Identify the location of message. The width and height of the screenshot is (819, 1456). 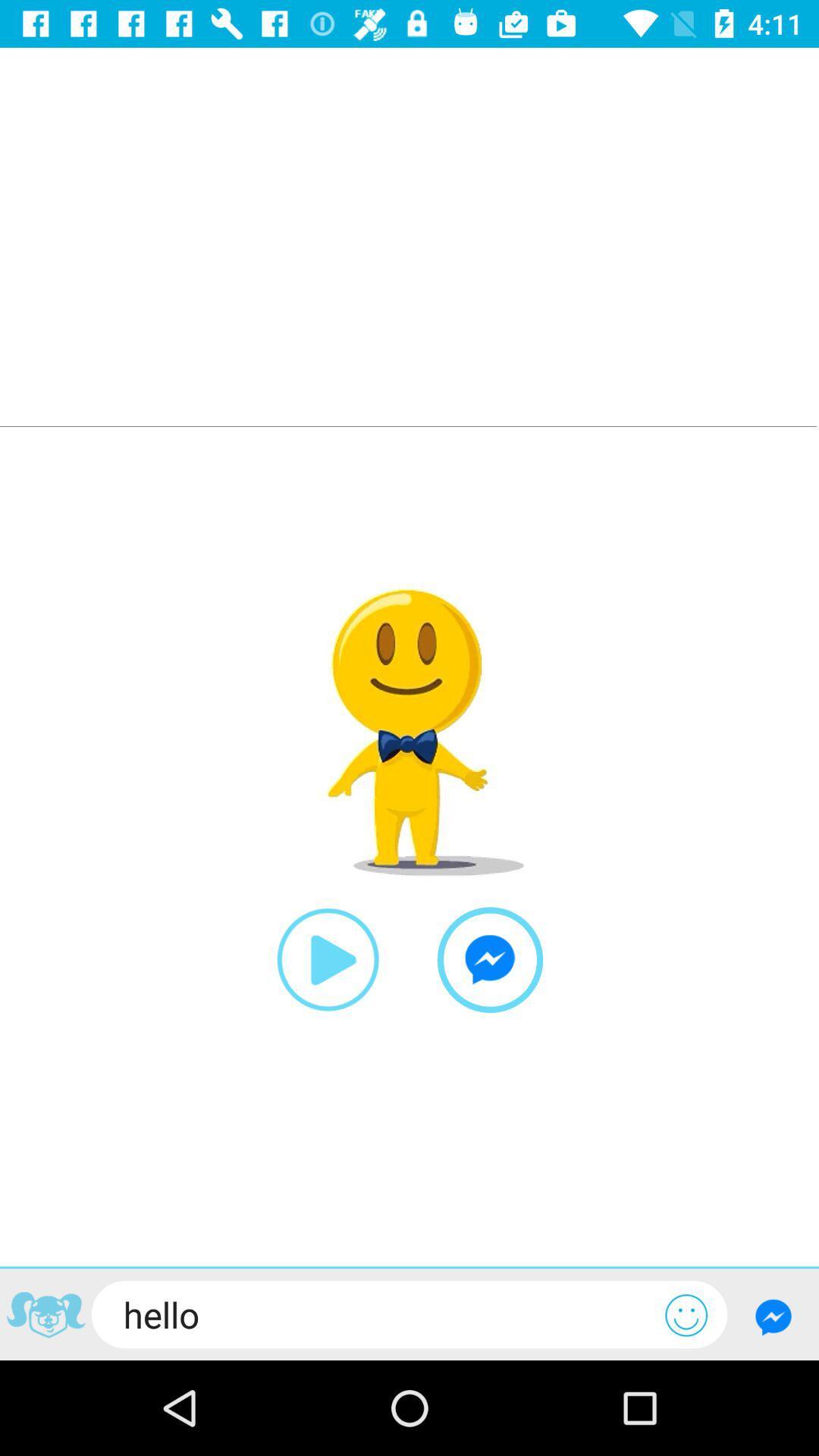
(773, 1316).